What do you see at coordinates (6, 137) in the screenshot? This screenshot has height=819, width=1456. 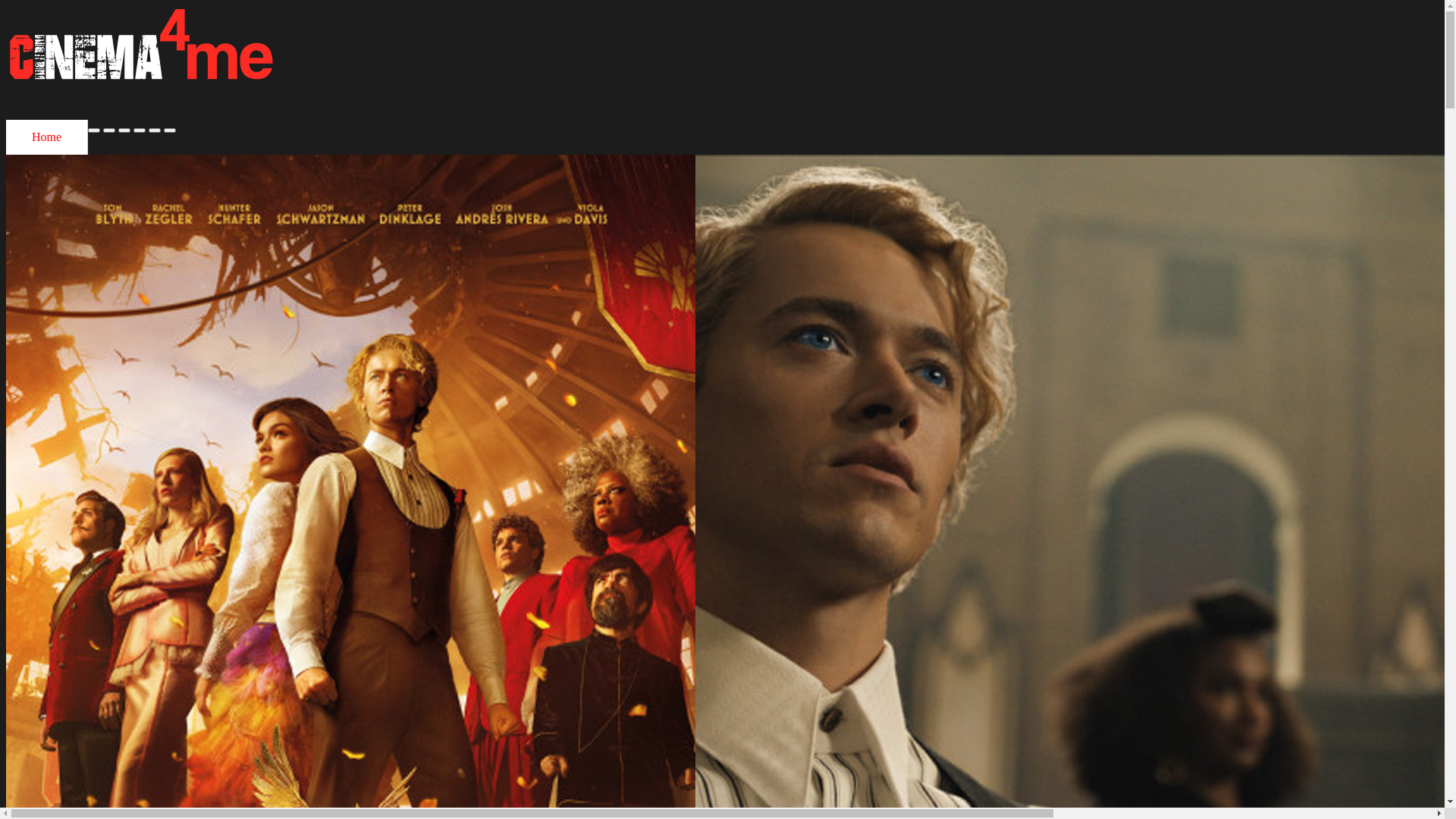 I see `'Home'` at bounding box center [6, 137].